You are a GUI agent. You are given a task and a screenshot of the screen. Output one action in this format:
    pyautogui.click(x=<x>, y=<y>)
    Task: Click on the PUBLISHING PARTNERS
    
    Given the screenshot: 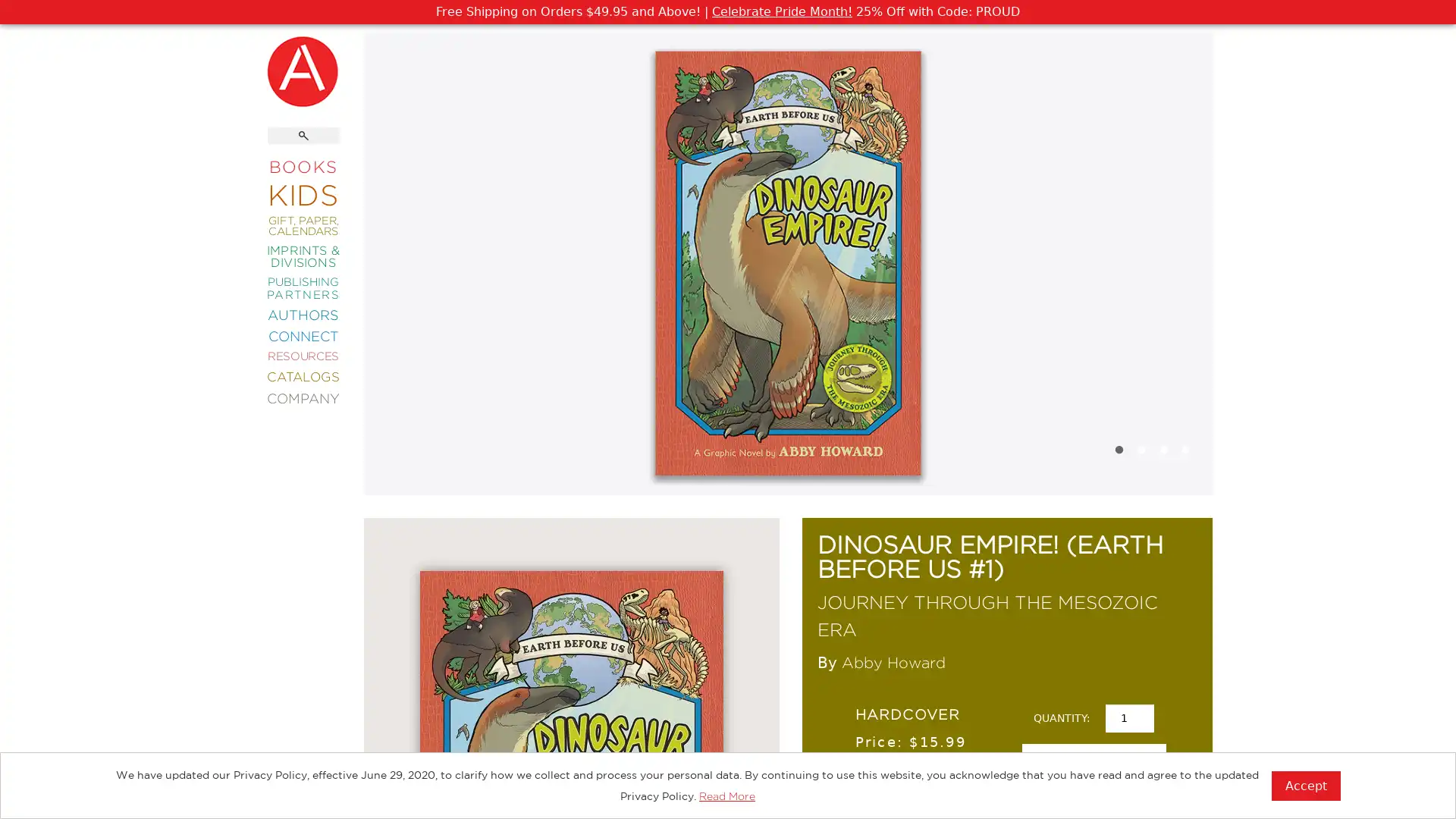 What is the action you would take?
    pyautogui.click(x=303, y=287)
    